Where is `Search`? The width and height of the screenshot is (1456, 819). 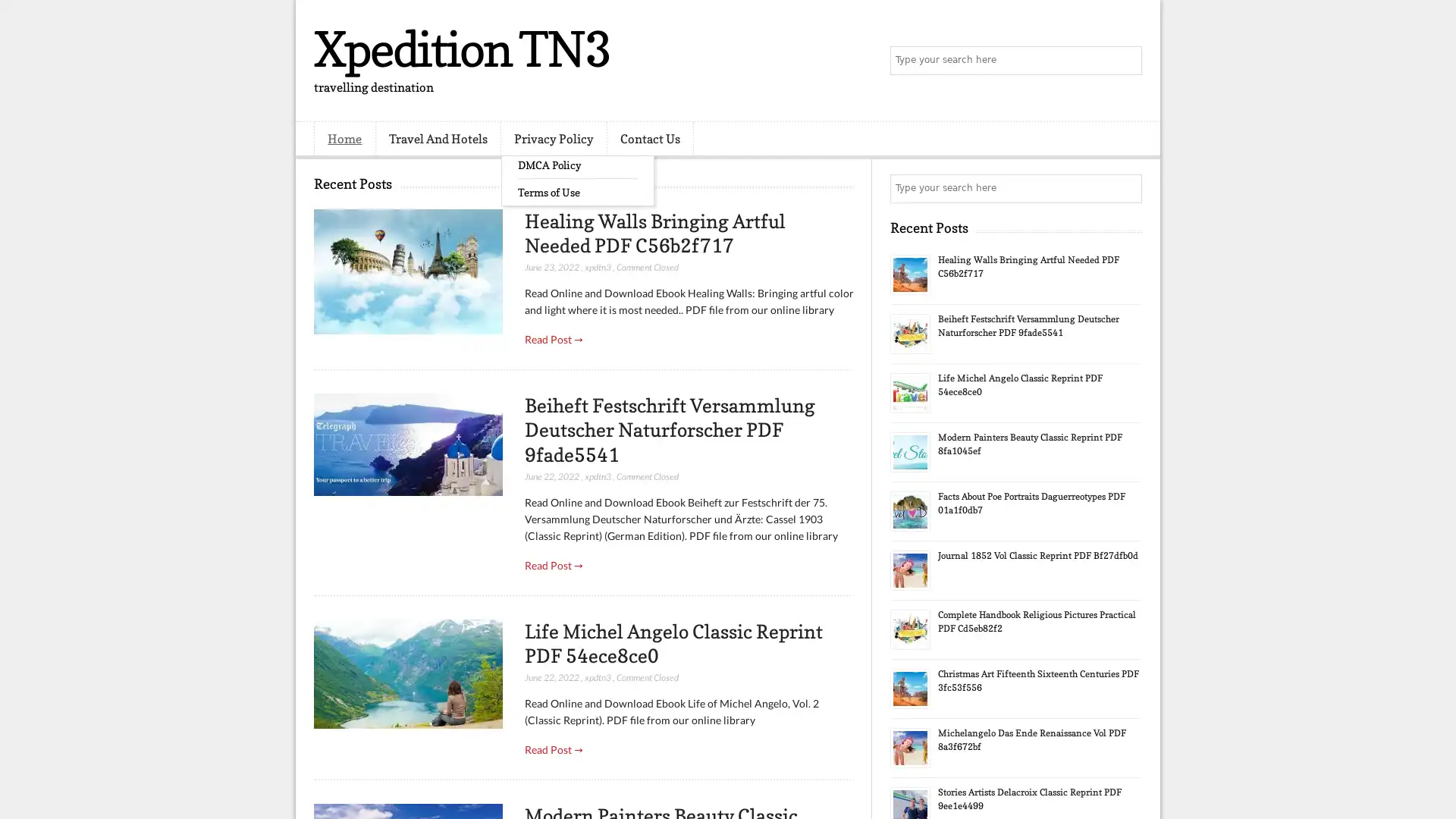
Search is located at coordinates (1126, 188).